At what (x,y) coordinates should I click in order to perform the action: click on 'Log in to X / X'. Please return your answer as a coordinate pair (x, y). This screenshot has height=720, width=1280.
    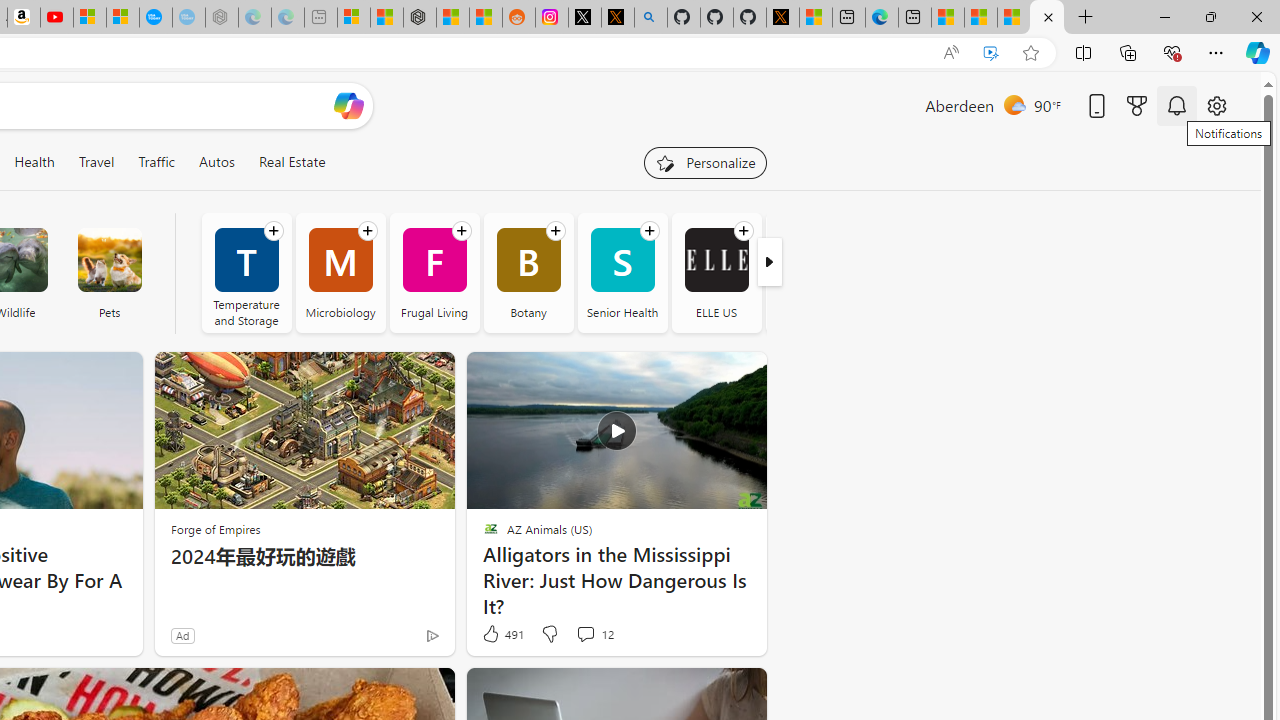
    Looking at the image, I should click on (584, 17).